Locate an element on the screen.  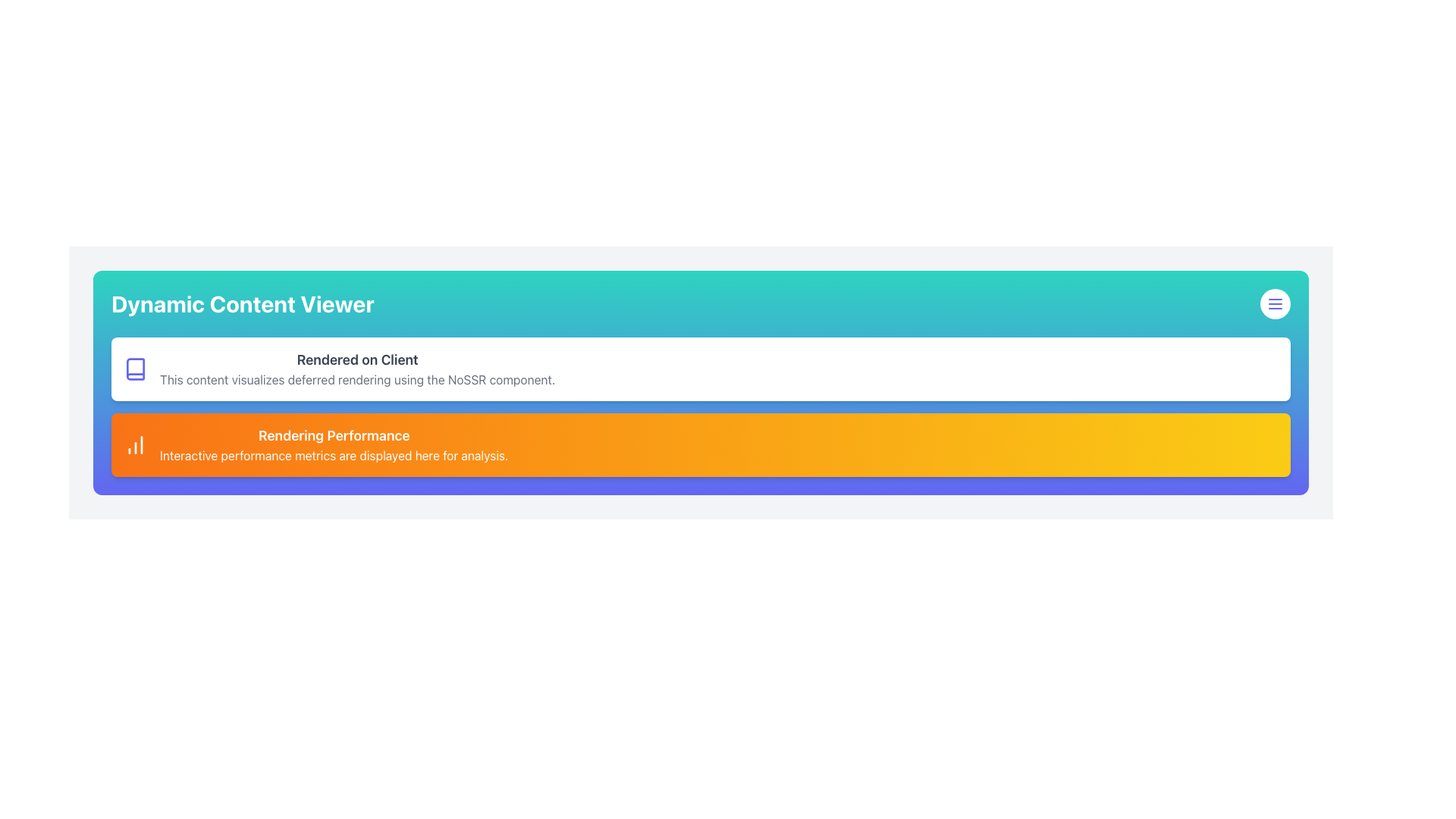
the text field displaying 'Interactive performance metrics are displayed here for analysis.' which is located under the 'Rendering Performance' section and has an orange background is located at coordinates (333, 455).